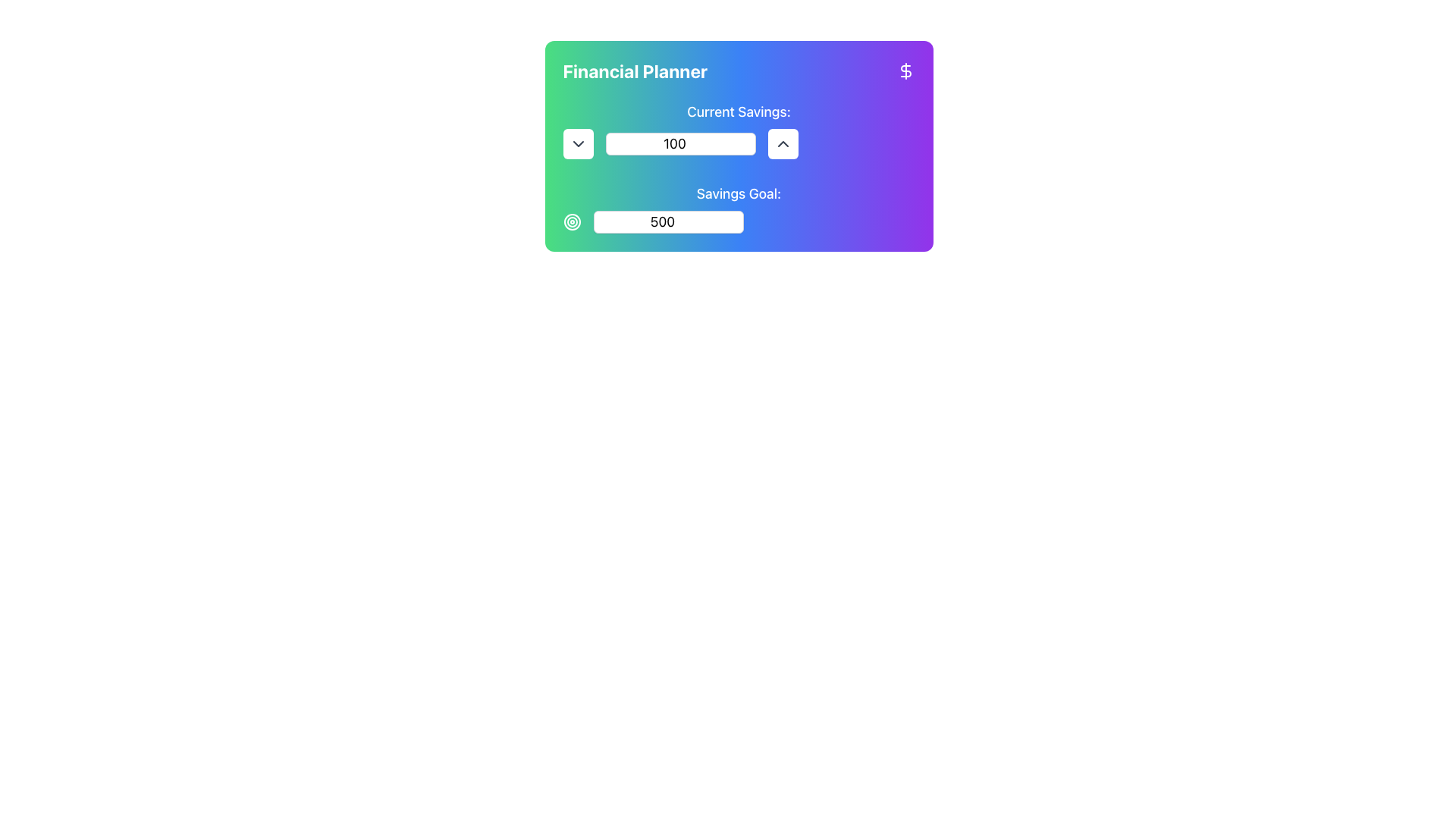 The width and height of the screenshot is (1456, 819). What do you see at coordinates (783, 143) in the screenshot?
I see `the button with a white background and an upward-pointing gray chevron icon, located to the right of the number input box in the 'Financial Planner' layout, to increase the numeric value` at bounding box center [783, 143].